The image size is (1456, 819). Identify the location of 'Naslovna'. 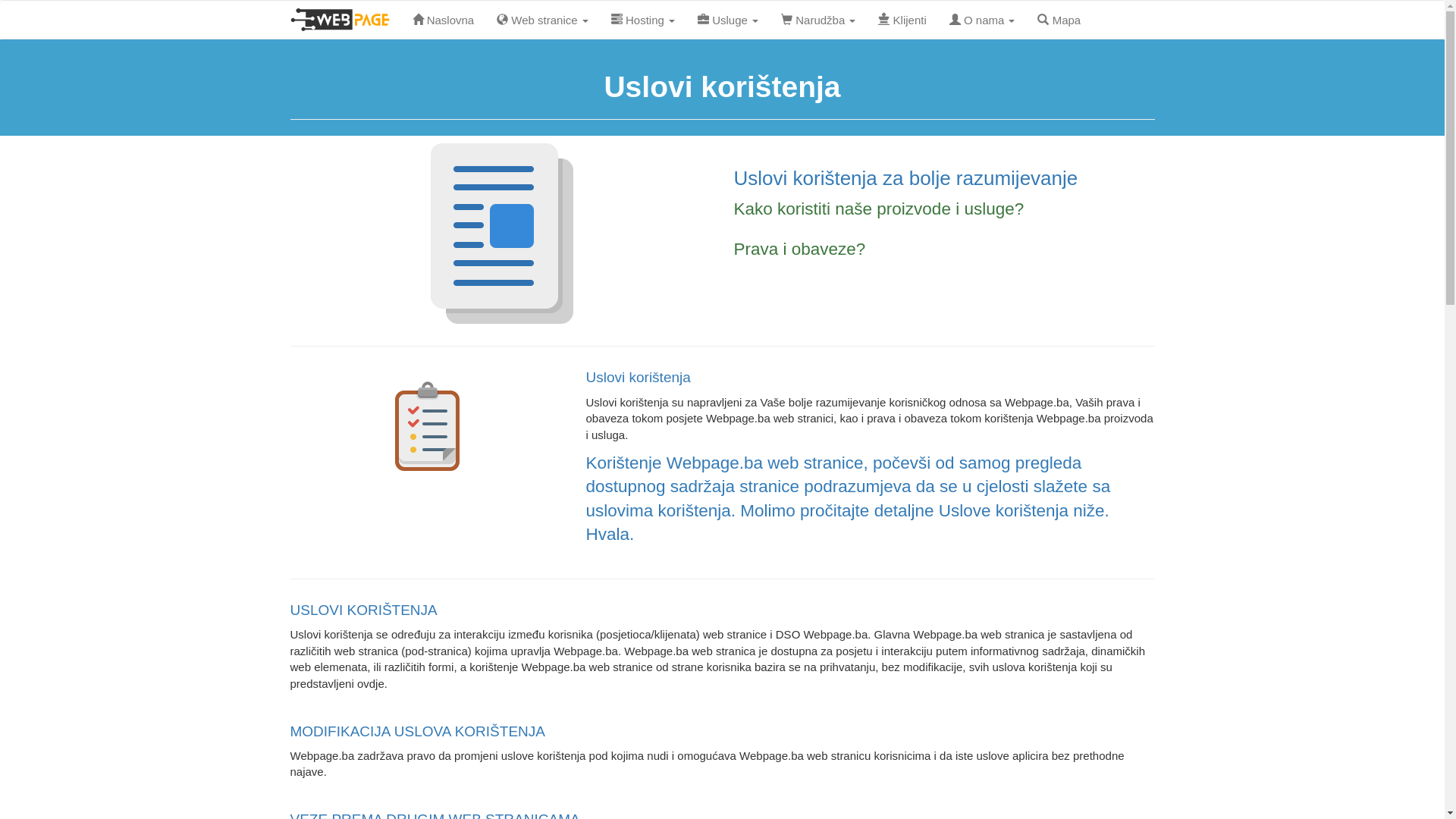
(442, 20).